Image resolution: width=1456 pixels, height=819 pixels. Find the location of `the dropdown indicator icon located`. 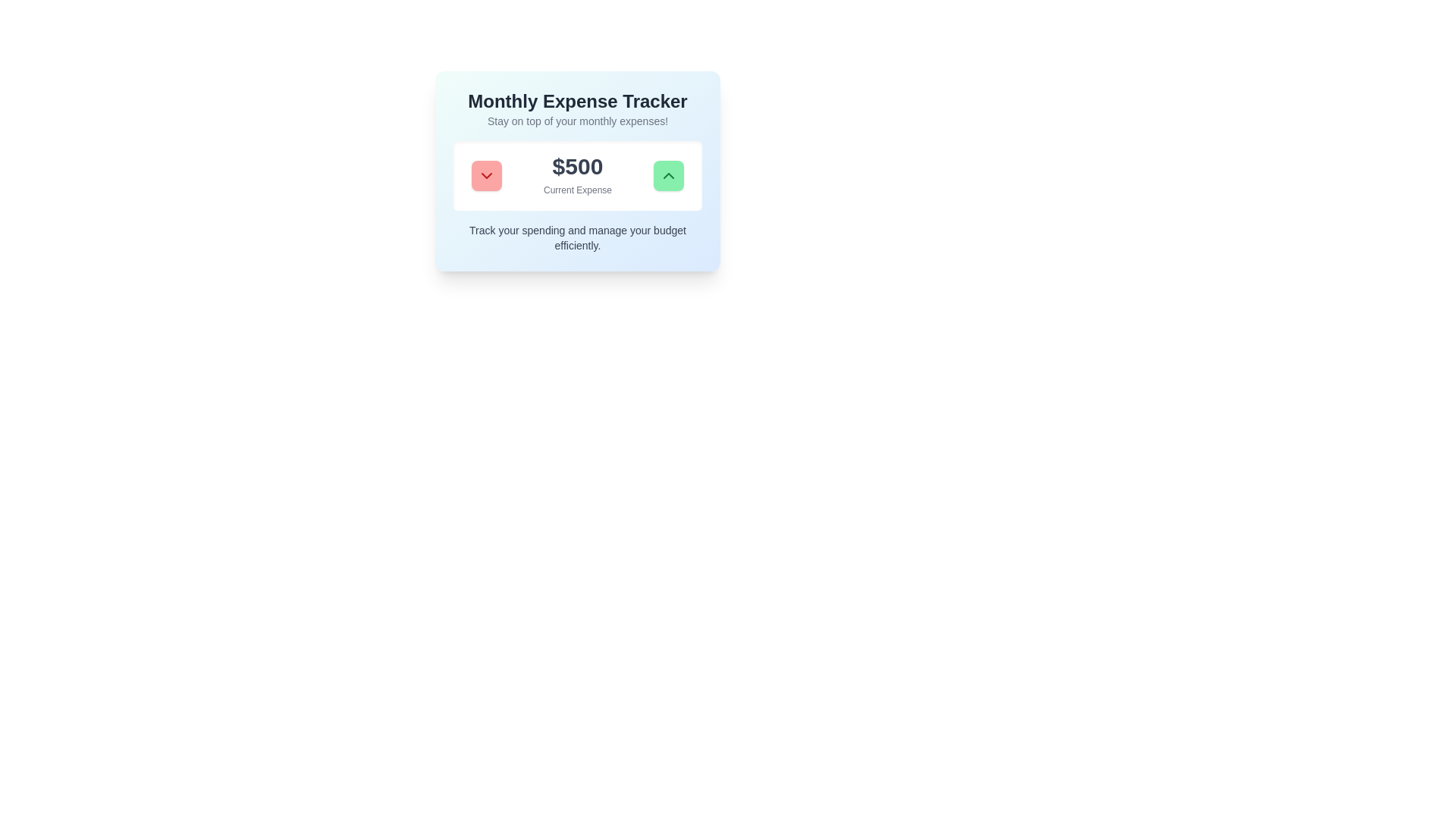

the dropdown indicator icon located is located at coordinates (487, 174).